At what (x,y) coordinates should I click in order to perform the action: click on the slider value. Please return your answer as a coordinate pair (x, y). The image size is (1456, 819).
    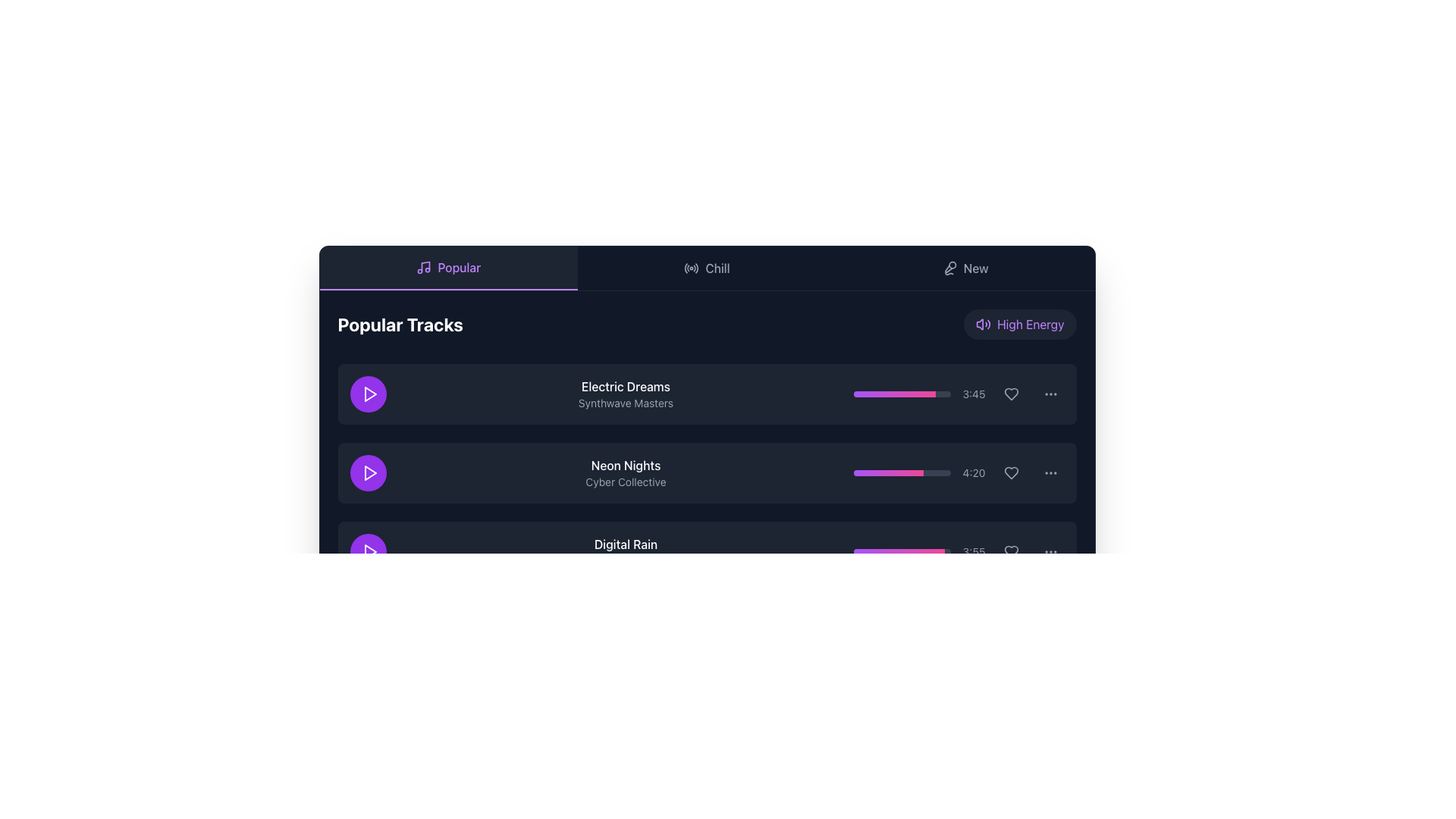
    Looking at the image, I should click on (899, 552).